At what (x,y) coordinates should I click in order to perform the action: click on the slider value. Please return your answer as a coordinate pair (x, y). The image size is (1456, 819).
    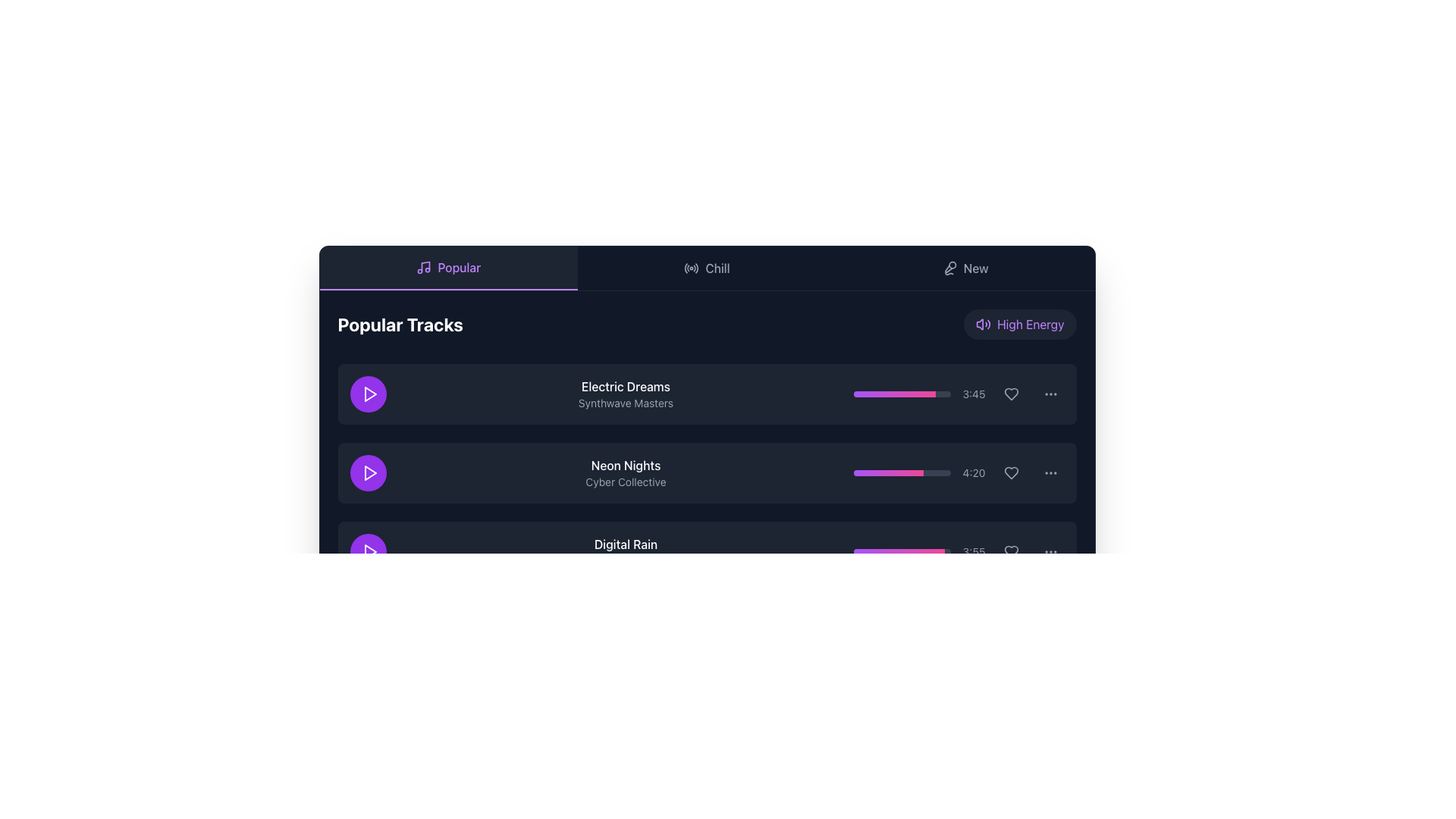
    Looking at the image, I should click on (899, 552).